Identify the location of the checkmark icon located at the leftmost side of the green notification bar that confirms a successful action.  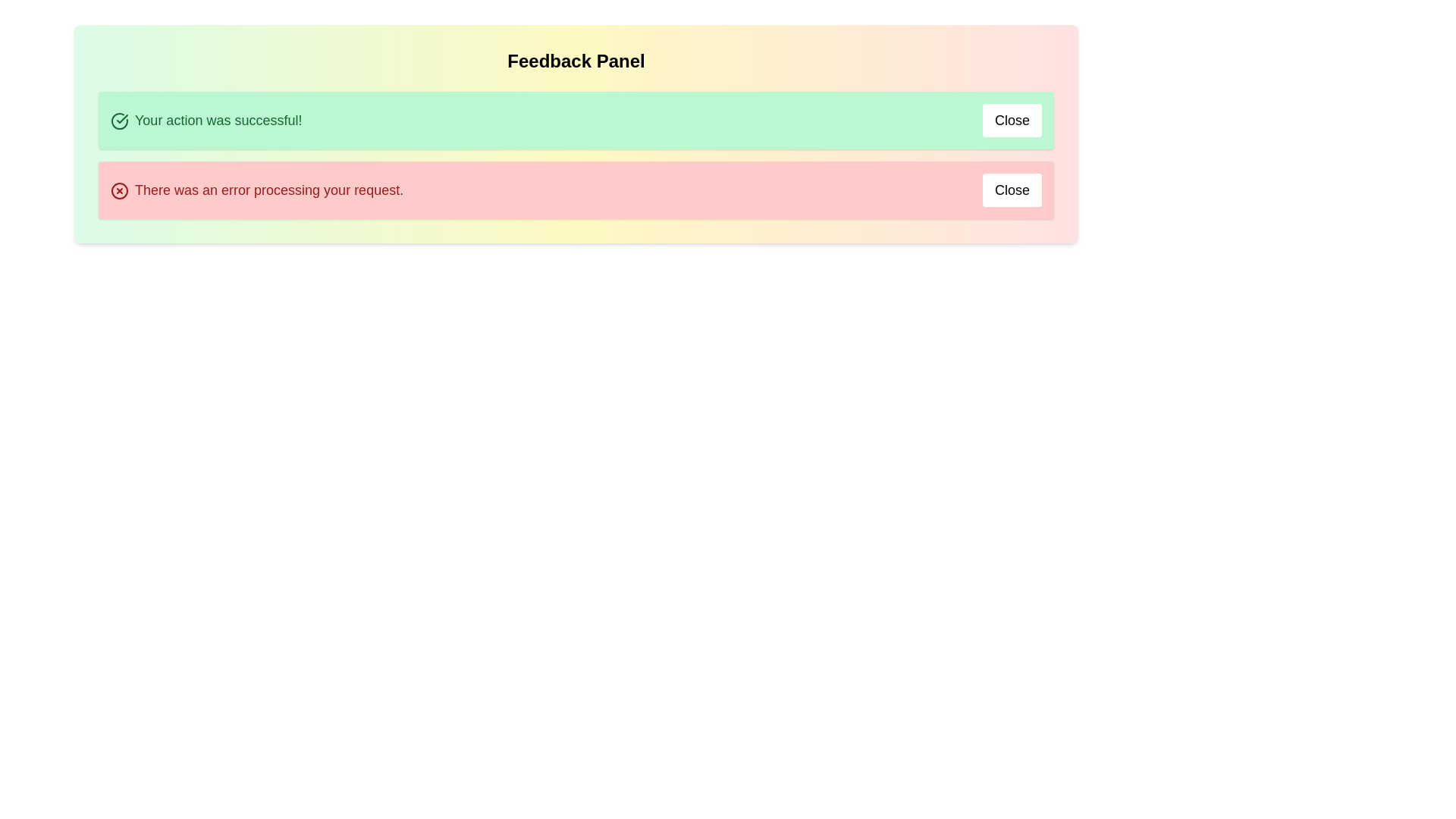
(119, 120).